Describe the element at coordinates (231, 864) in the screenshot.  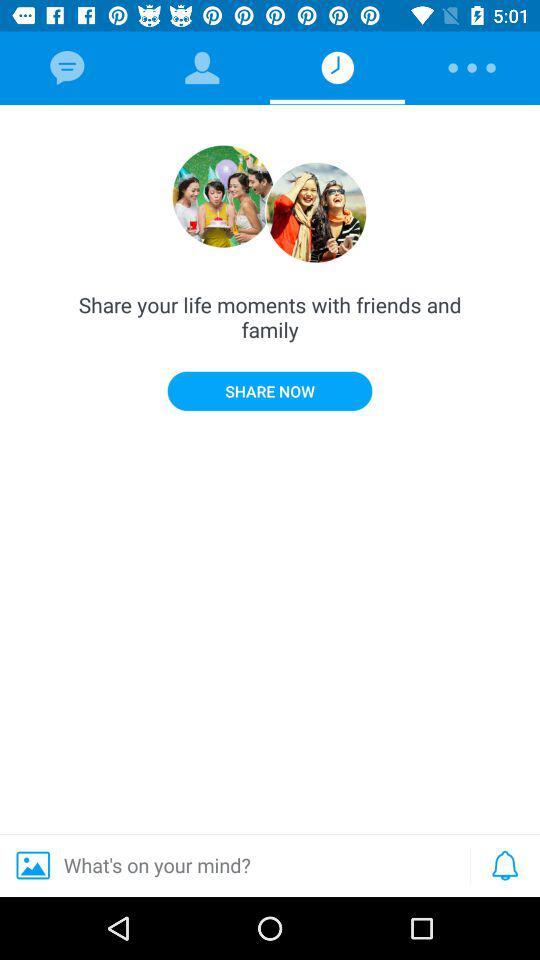
I see `the item below share now` at that location.